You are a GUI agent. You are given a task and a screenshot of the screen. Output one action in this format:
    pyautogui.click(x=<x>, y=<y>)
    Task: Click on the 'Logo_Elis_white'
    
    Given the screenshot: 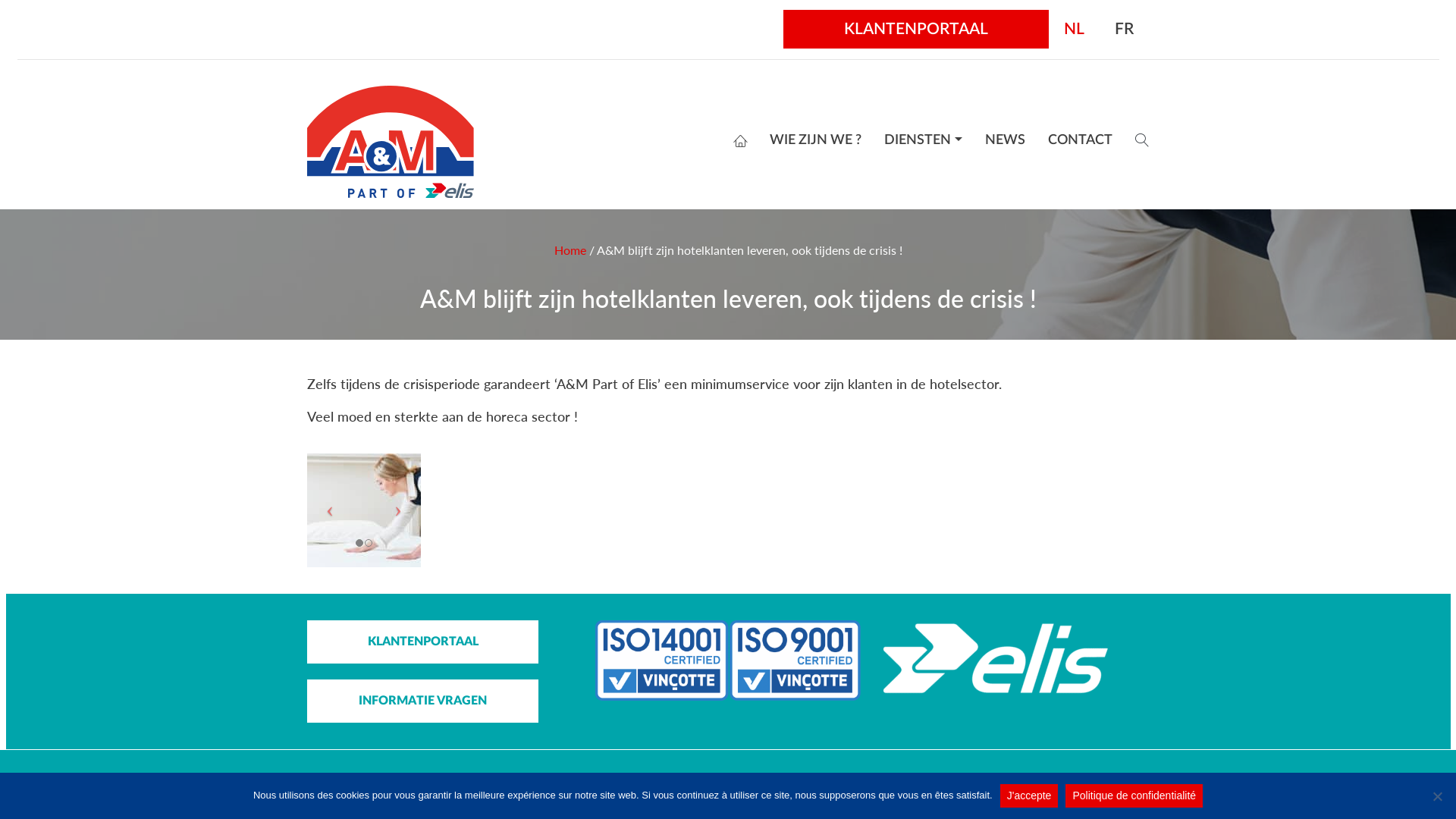 What is the action you would take?
    pyautogui.click(x=997, y=657)
    